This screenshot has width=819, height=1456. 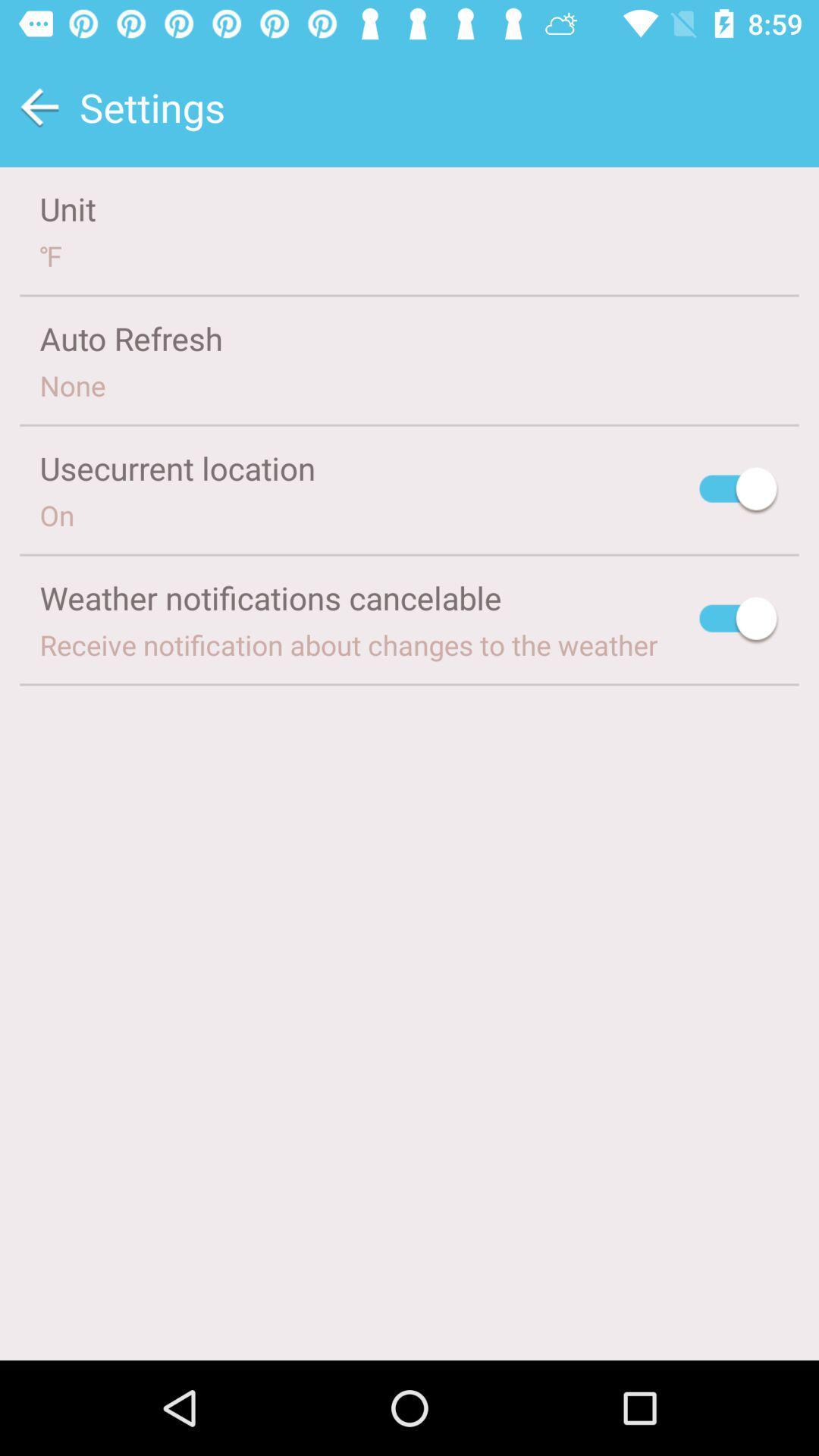 I want to click on the arrow_backward icon, so click(x=39, y=106).